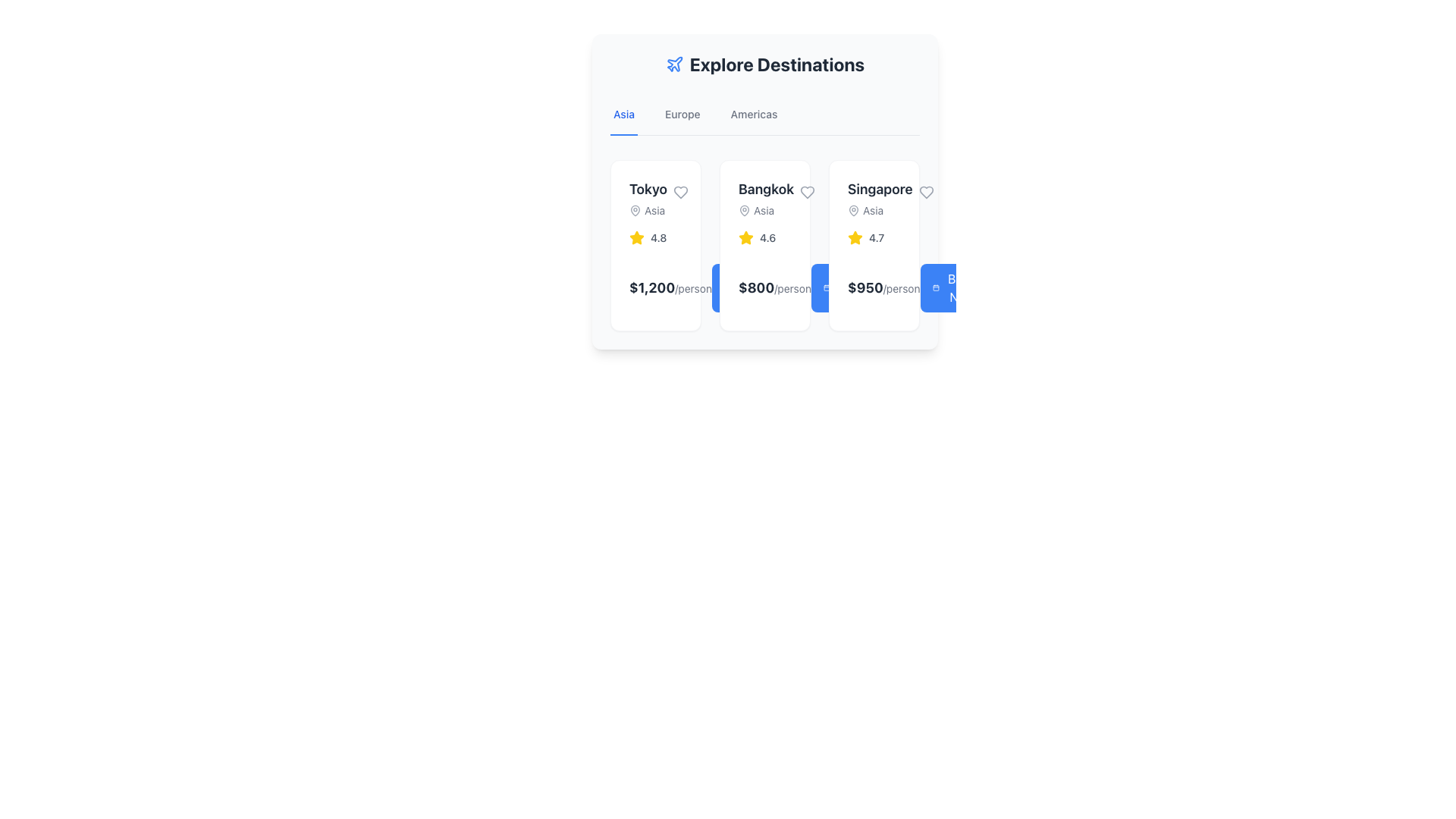  Describe the element at coordinates (682, 114) in the screenshot. I see `the 'Europe' tab navigation label to bring it into keyboard navigation focus` at that location.